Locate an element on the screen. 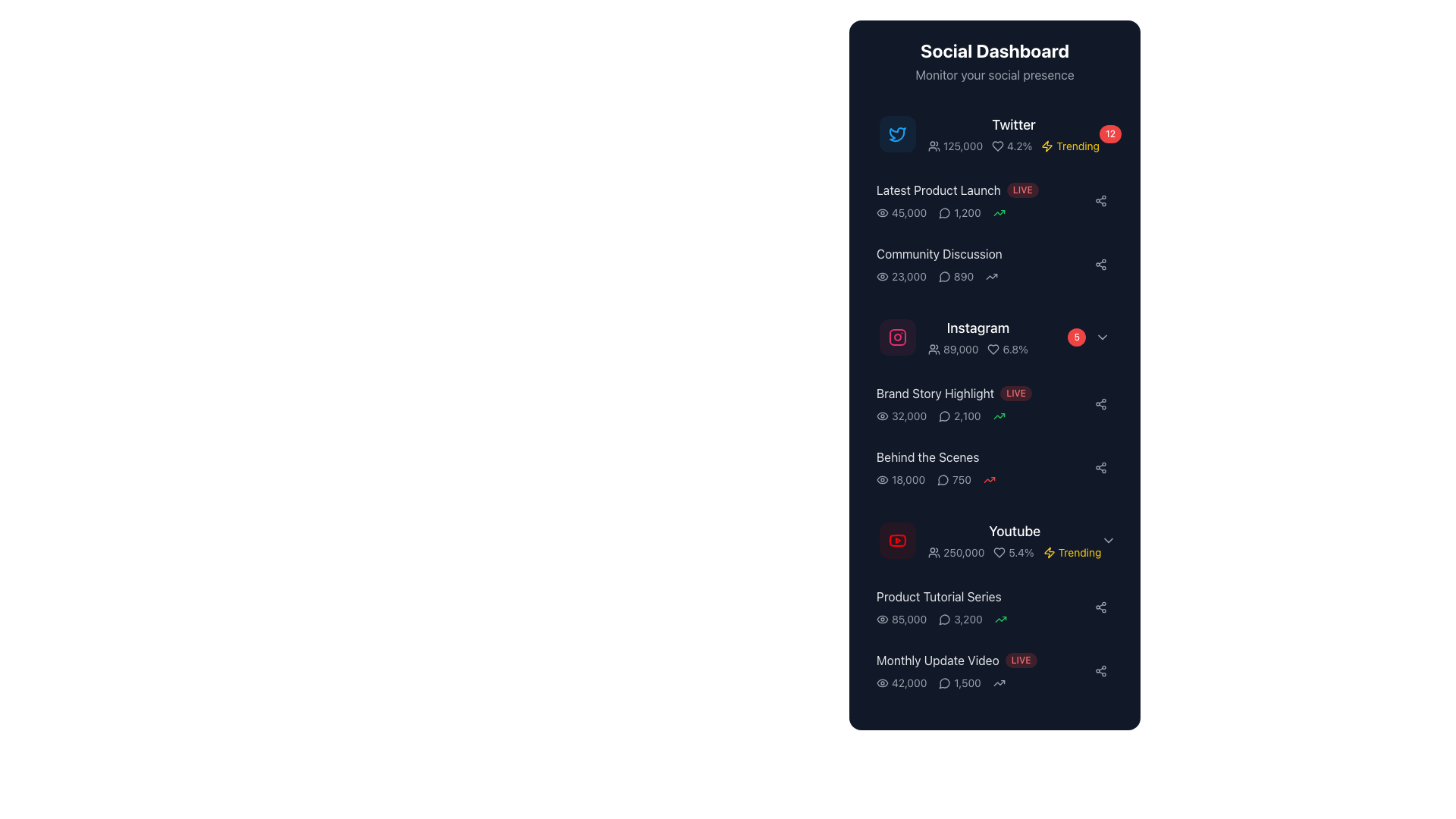 This screenshot has width=1456, height=819. the Instagram statistics text label with the pink-red Instagram logo icon, which is the third item in the vertically arranged dashboard is located at coordinates (977, 336).